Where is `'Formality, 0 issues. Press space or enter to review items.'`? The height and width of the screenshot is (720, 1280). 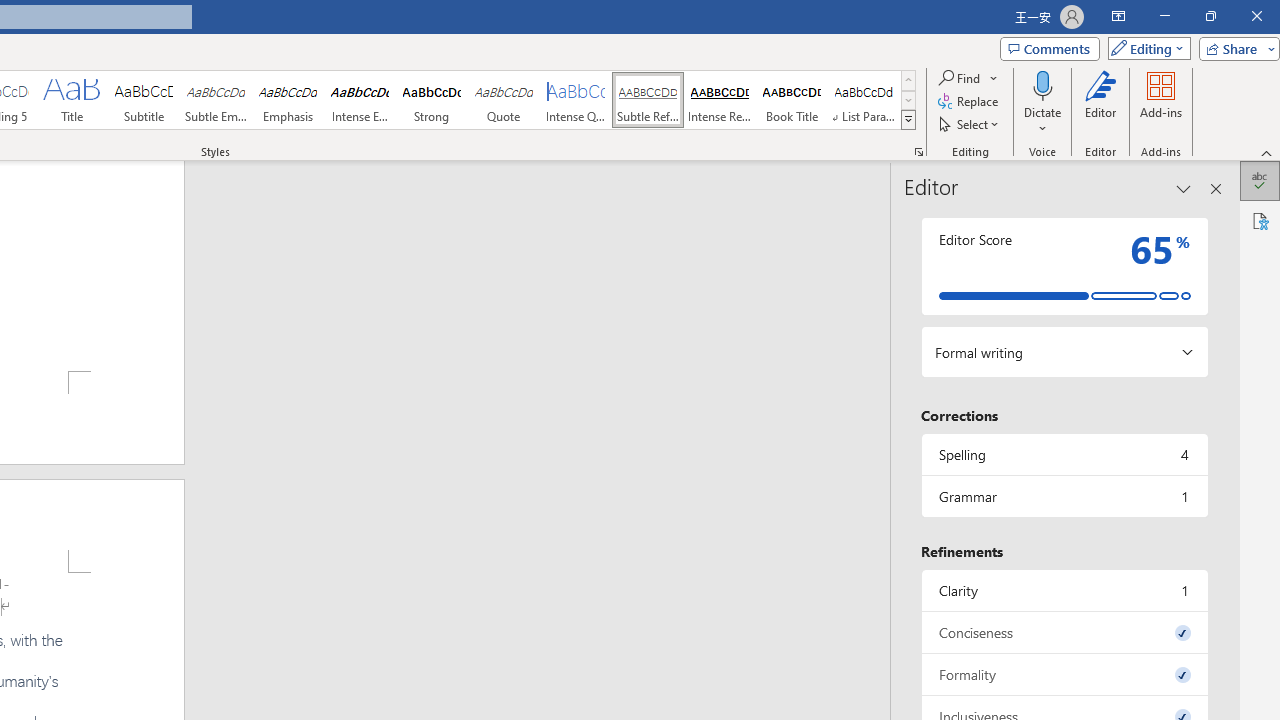 'Formality, 0 issues. Press space or enter to review items.' is located at coordinates (1063, 674).